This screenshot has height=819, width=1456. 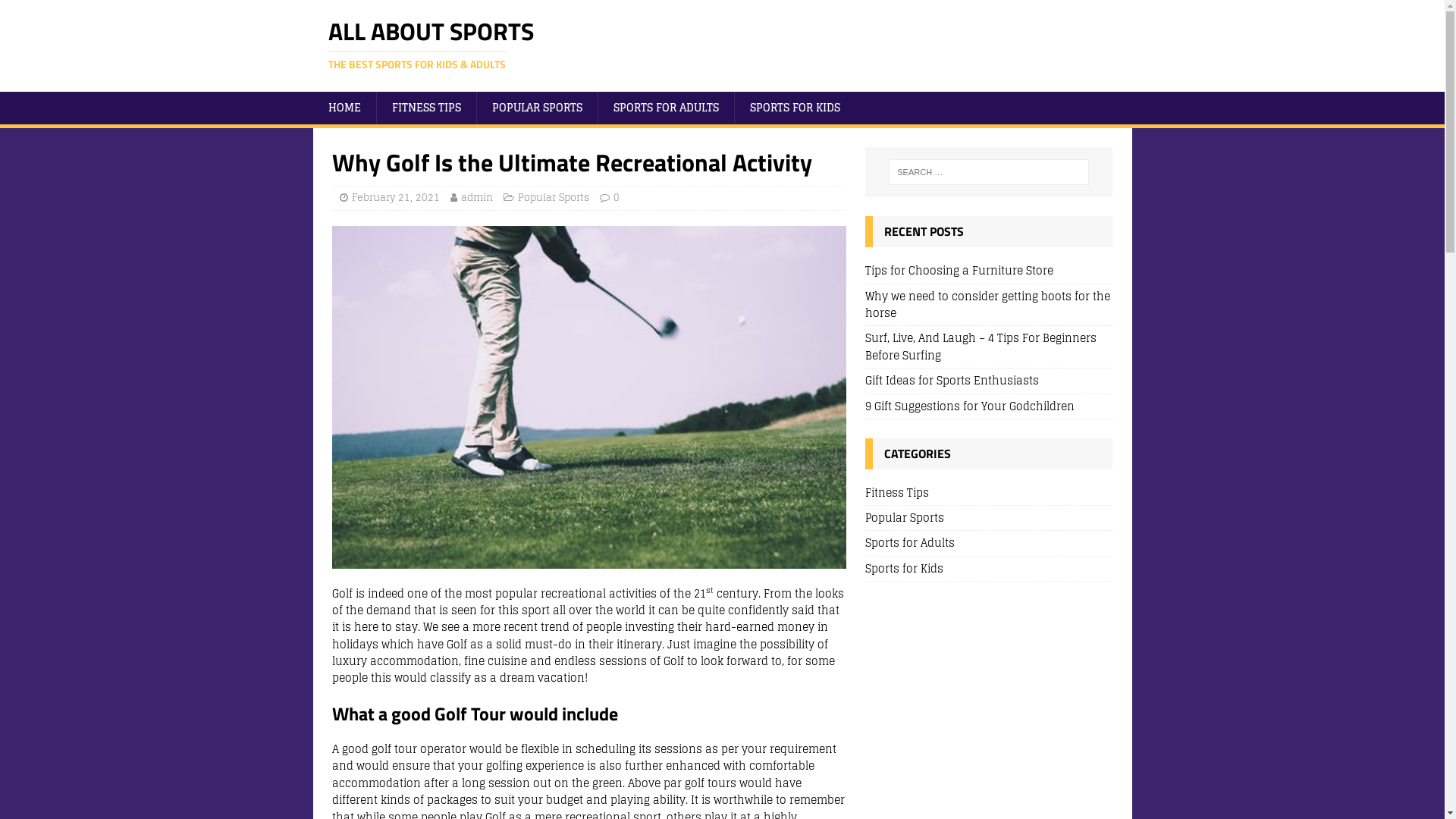 What do you see at coordinates (989, 494) in the screenshot?
I see `'Fitness Tips'` at bounding box center [989, 494].